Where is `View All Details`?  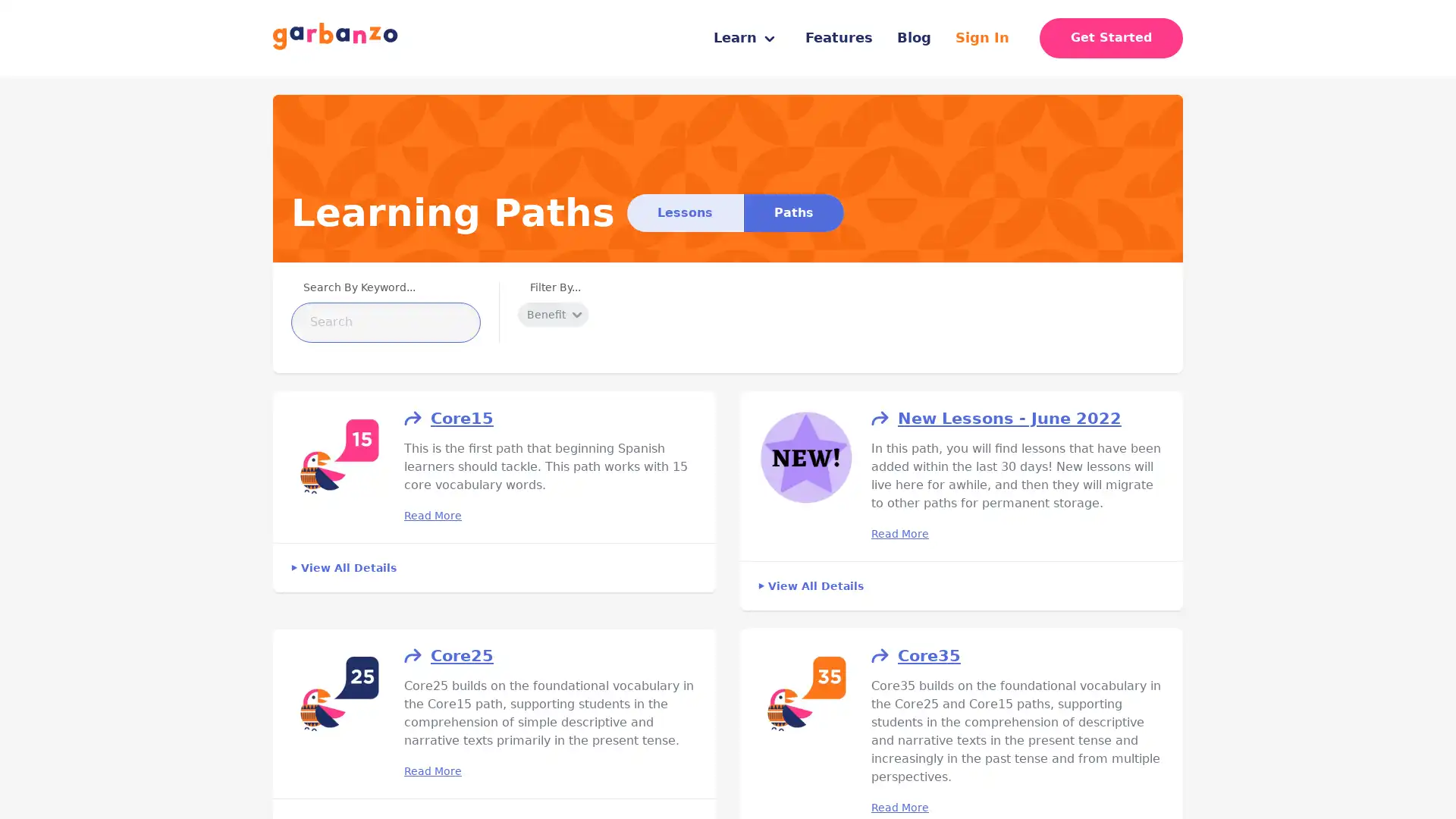
View All Details is located at coordinates (810, 584).